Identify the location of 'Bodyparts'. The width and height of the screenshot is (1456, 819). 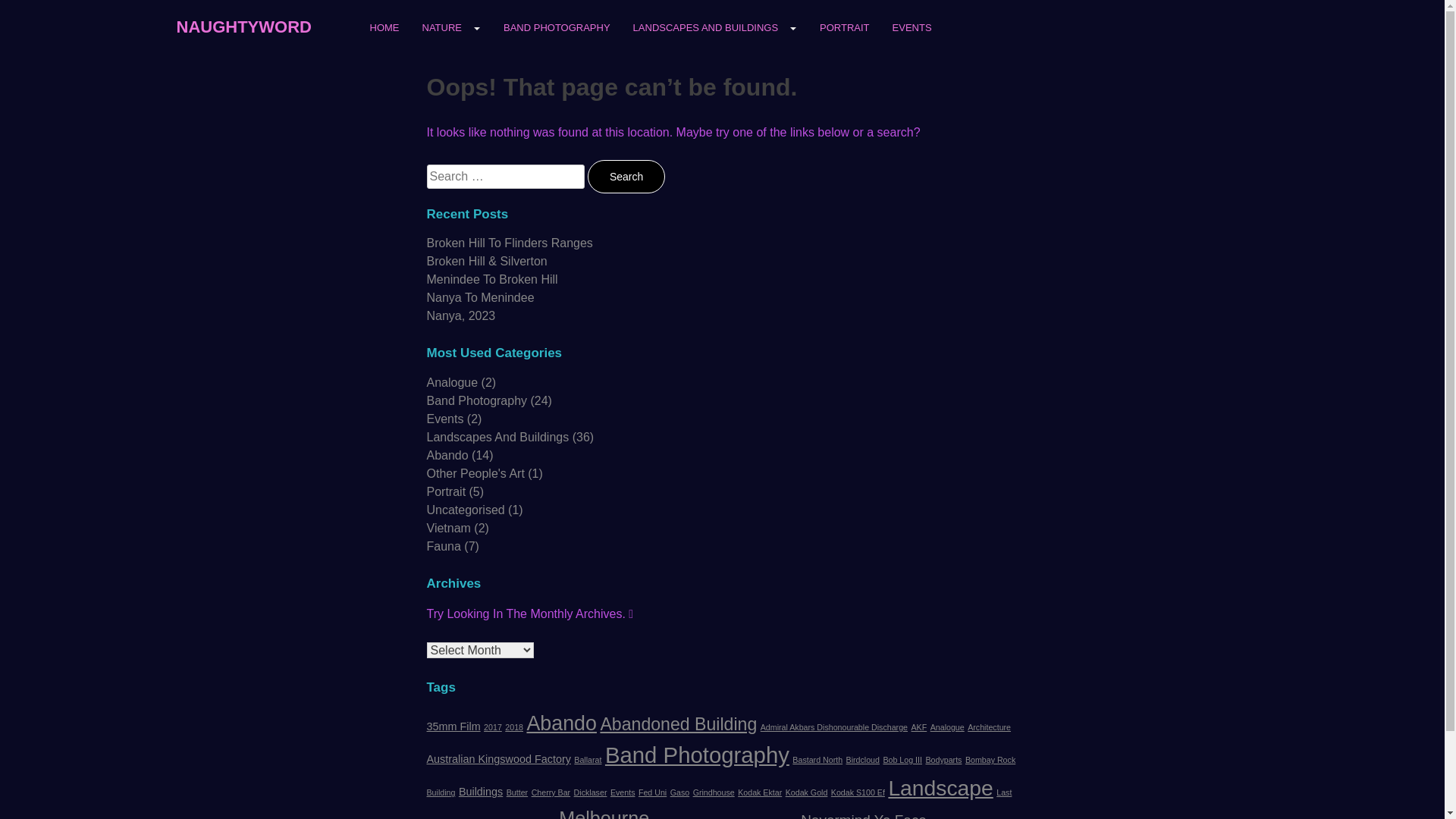
(942, 760).